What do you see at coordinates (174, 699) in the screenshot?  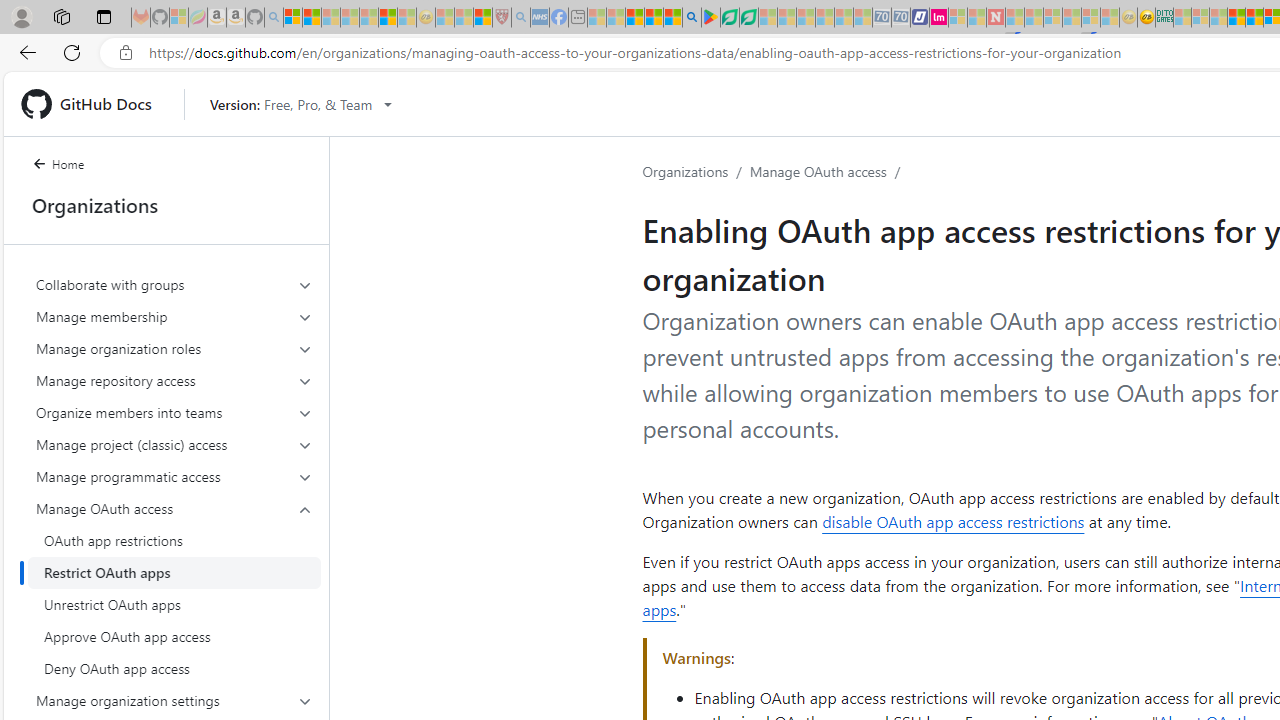 I see `'Manage organization settings'` at bounding box center [174, 699].